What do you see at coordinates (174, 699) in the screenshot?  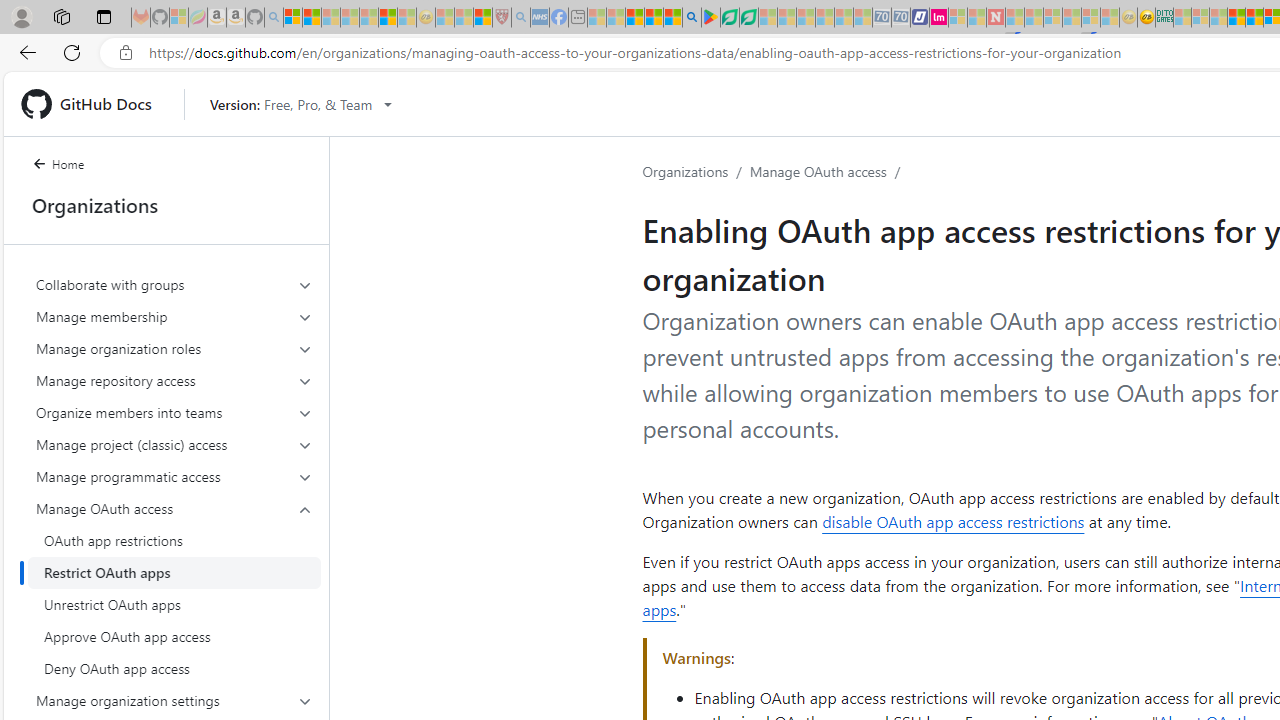 I see `'Manage organization settings'` at bounding box center [174, 699].